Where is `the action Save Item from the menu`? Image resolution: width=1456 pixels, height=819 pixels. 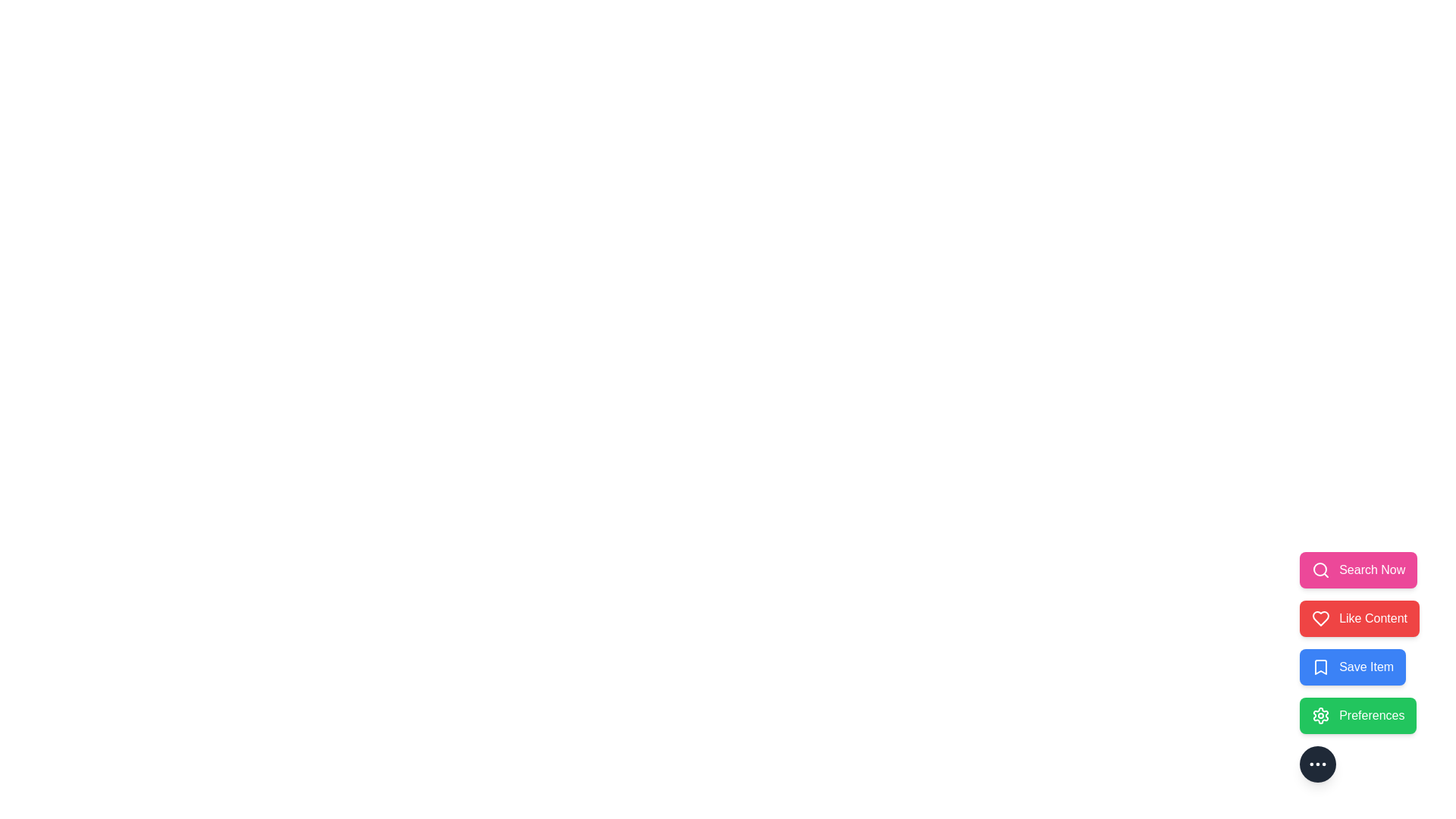
the action Save Item from the menu is located at coordinates (1353, 666).